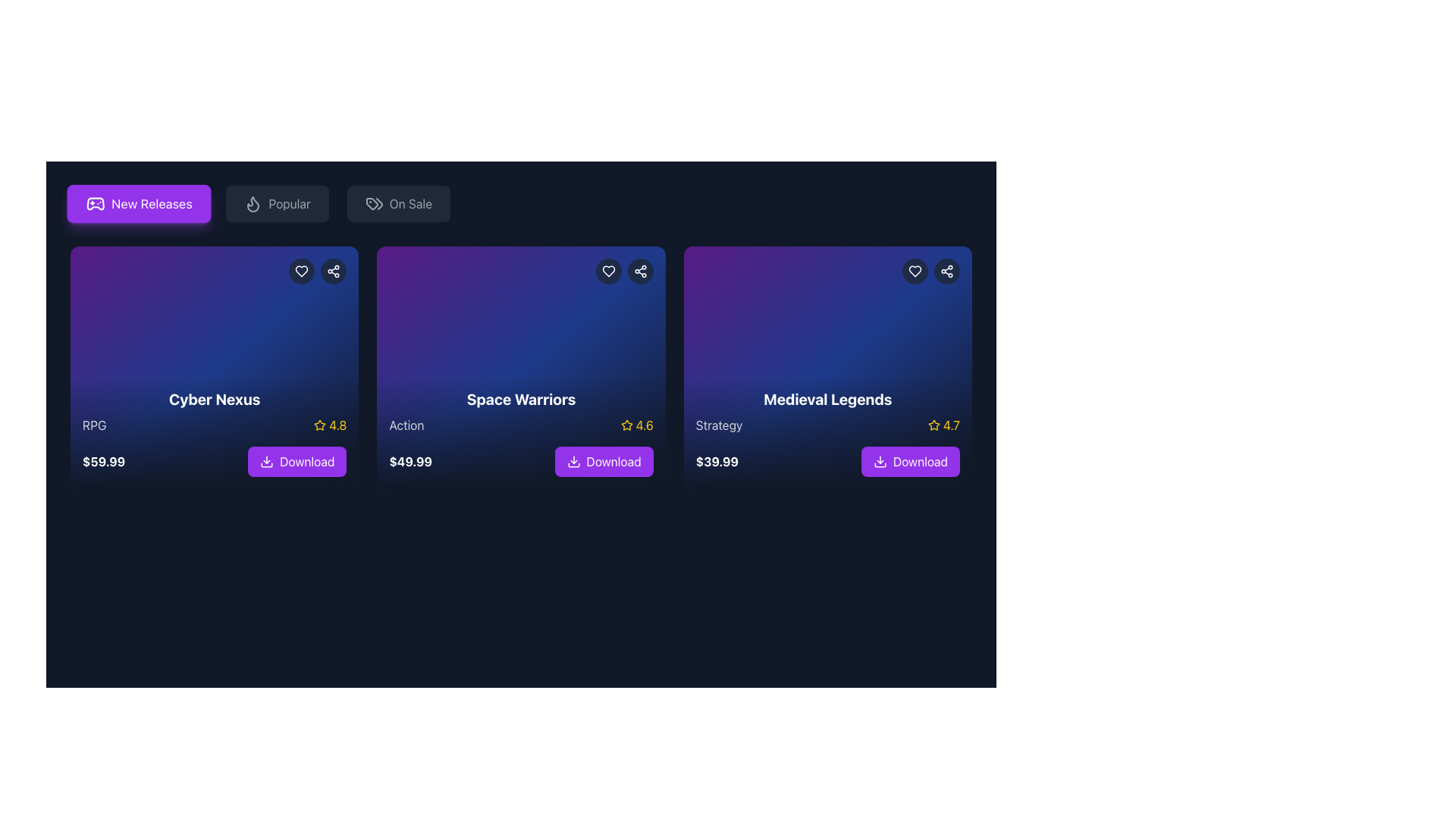  I want to click on the Rating display element showing a rating of 4.8, so click(329, 425).